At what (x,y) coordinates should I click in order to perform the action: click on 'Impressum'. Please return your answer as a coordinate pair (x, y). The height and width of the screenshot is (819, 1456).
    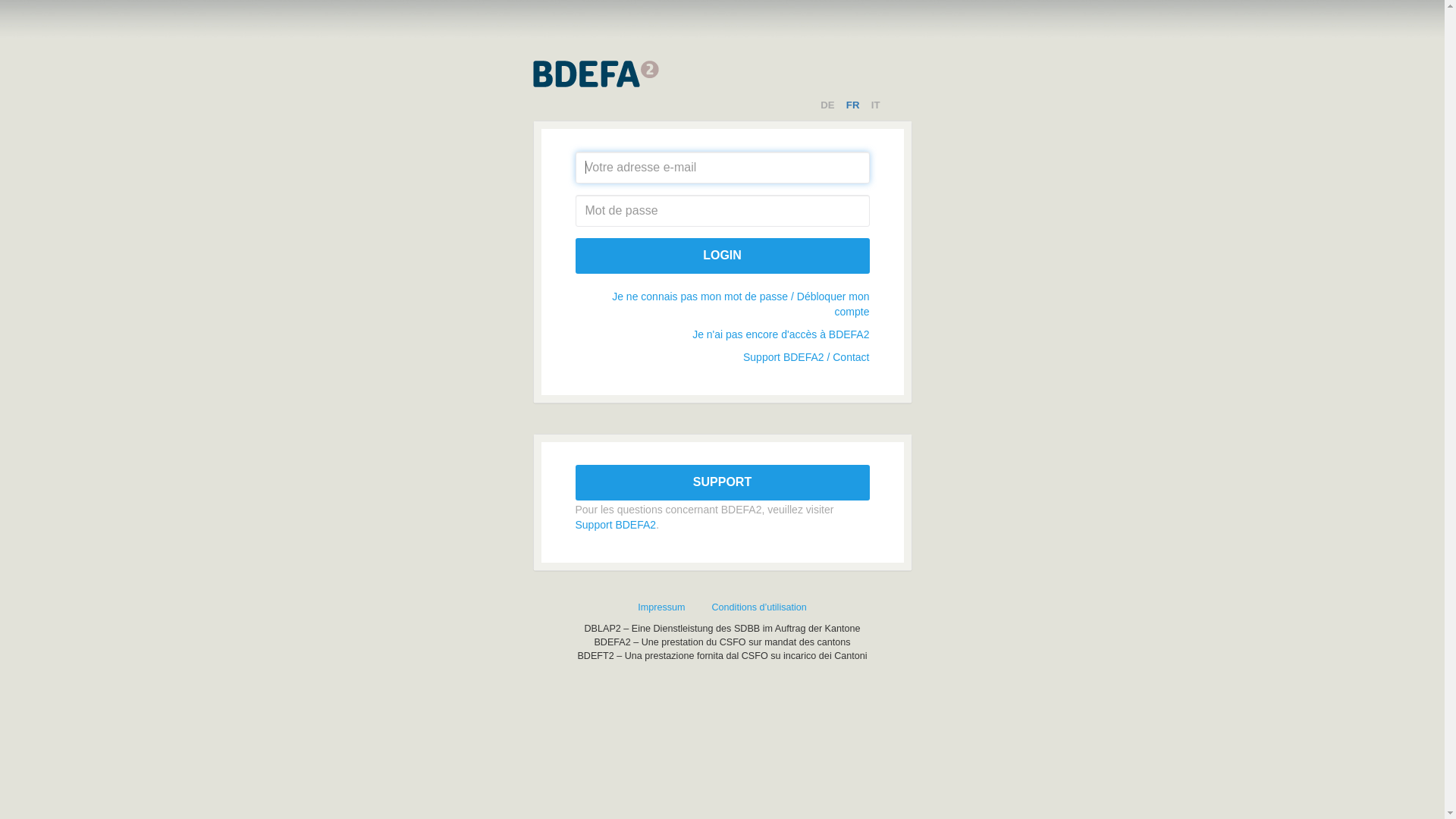
    Looking at the image, I should click on (637, 607).